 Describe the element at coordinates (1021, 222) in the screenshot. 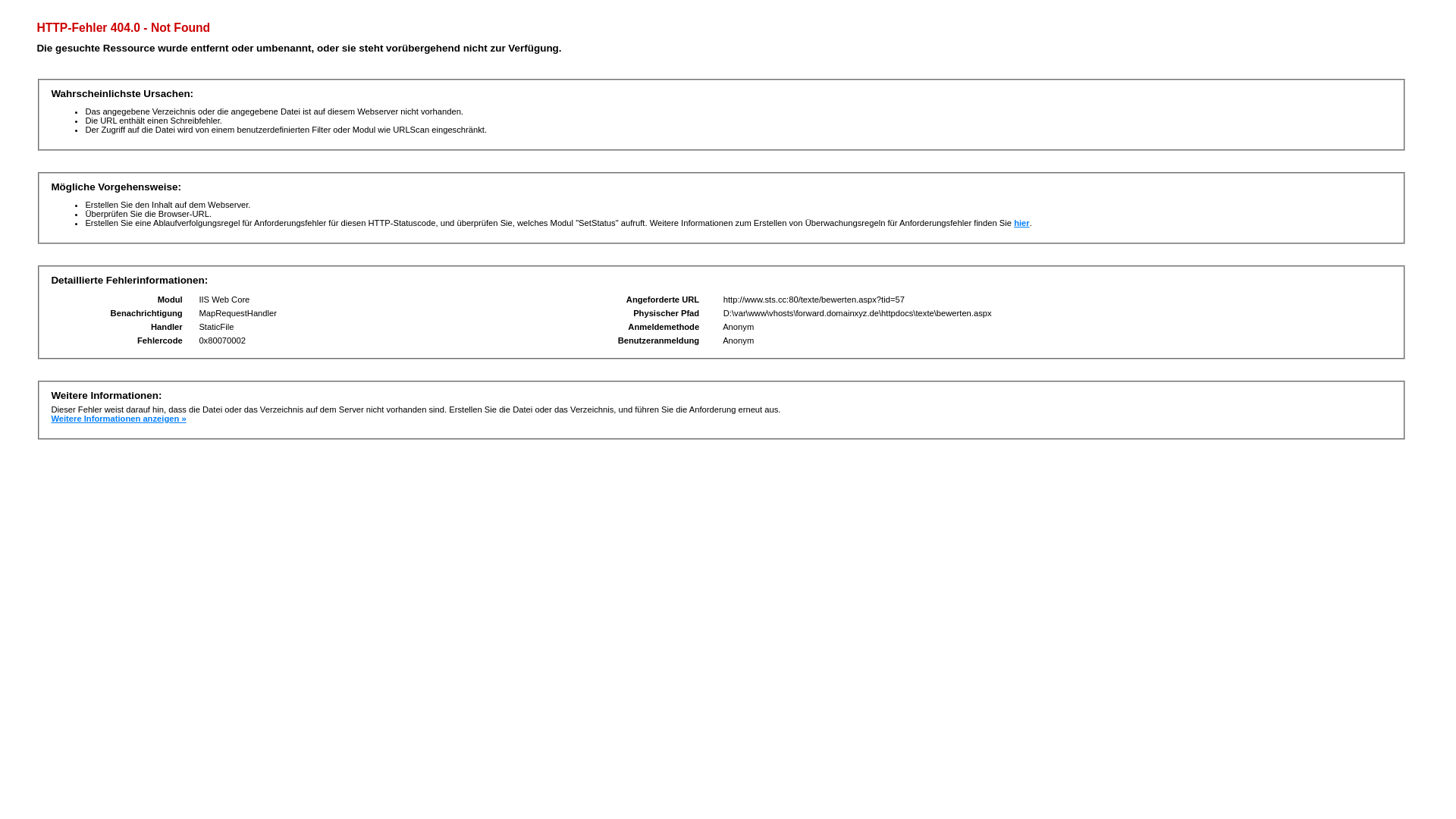

I see `'hier'` at that location.